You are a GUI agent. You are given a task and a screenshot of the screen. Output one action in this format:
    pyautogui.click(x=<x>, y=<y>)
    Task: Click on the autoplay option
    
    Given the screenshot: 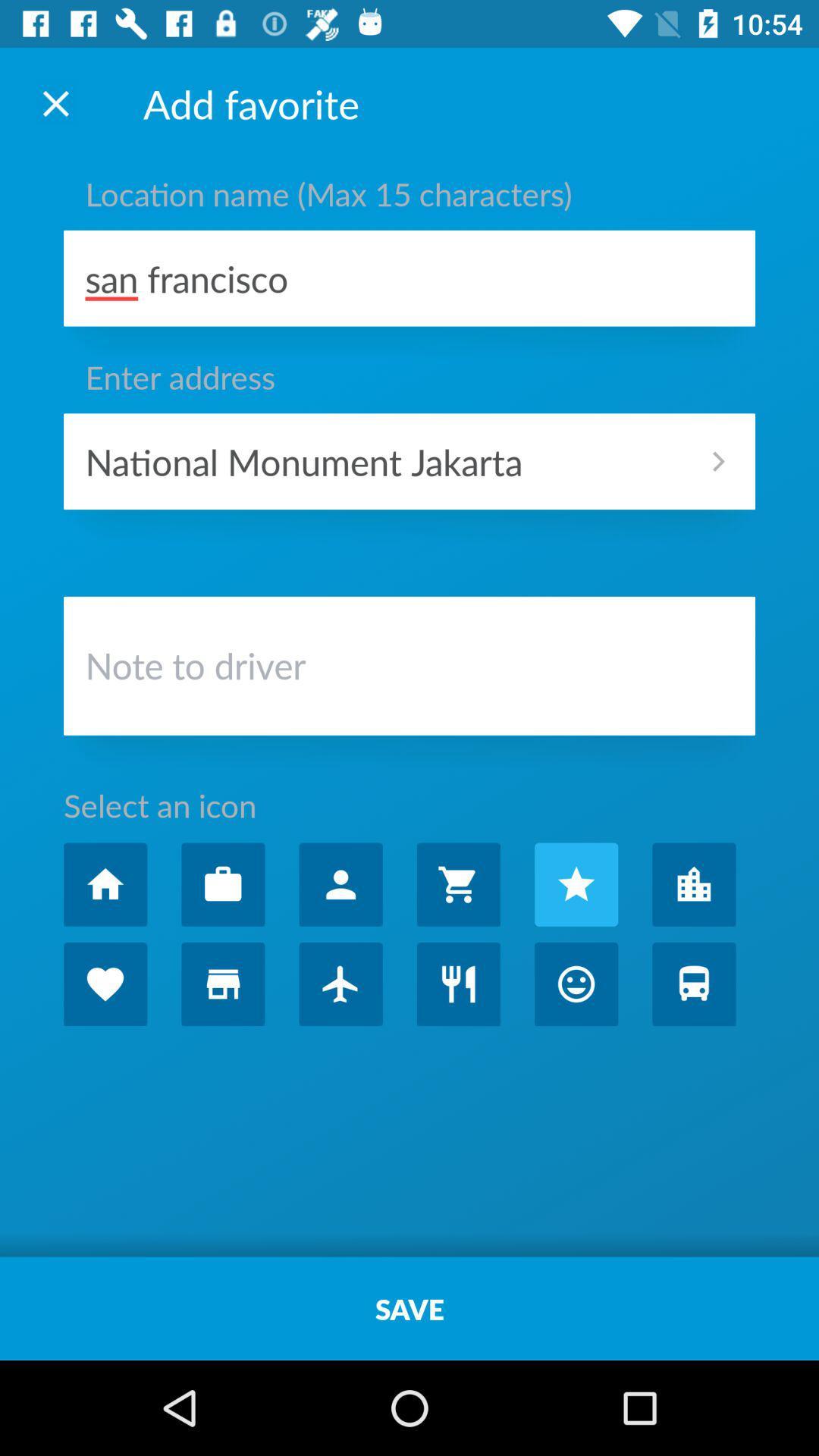 What is the action you would take?
    pyautogui.click(x=694, y=884)
    